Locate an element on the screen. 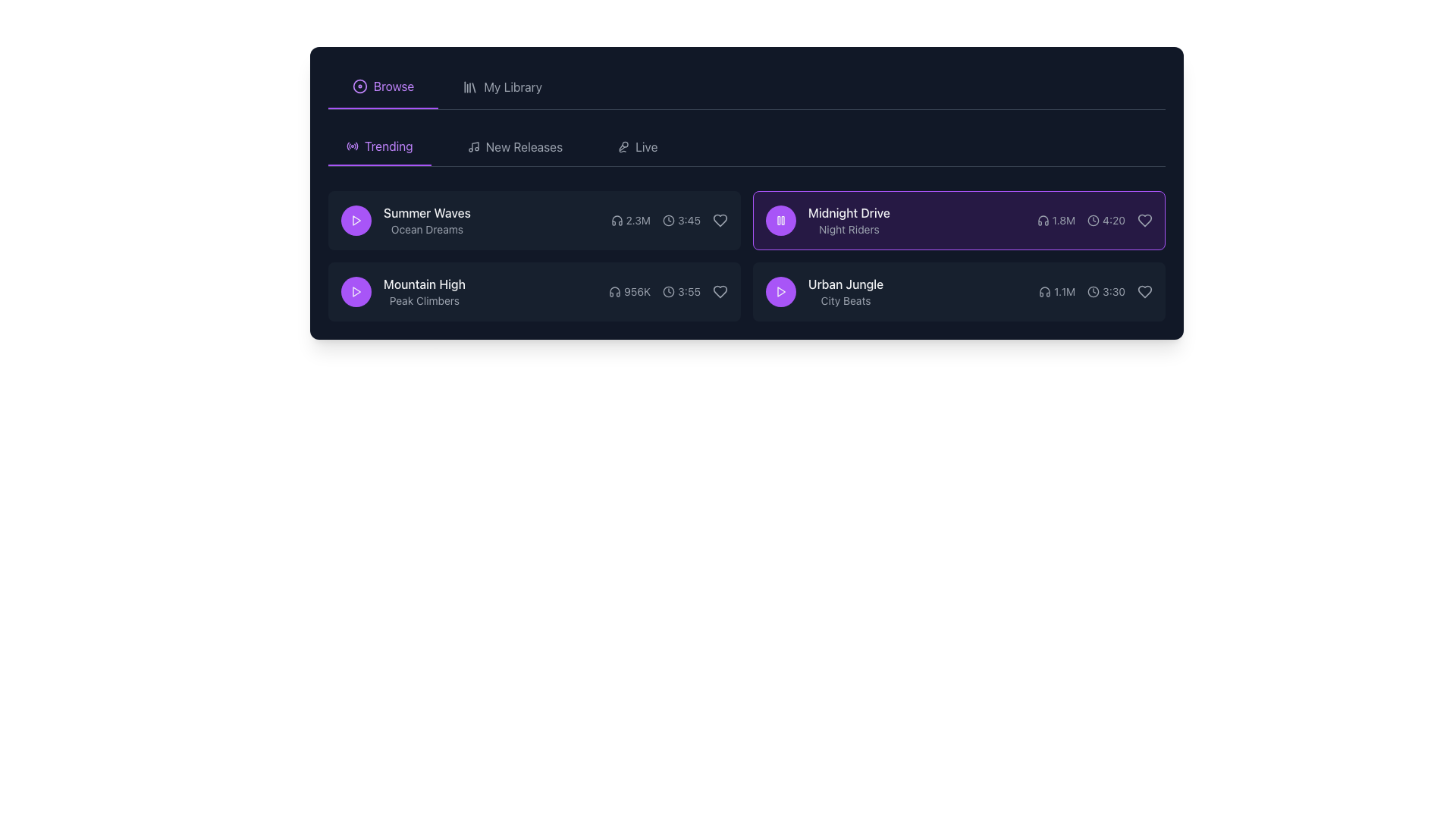 The image size is (1456, 819). the text displaying '3:55' with a clock icon, located towards the right end of the track details for 'Mountain High' by 'Peak Climbers' is located at coordinates (681, 292).